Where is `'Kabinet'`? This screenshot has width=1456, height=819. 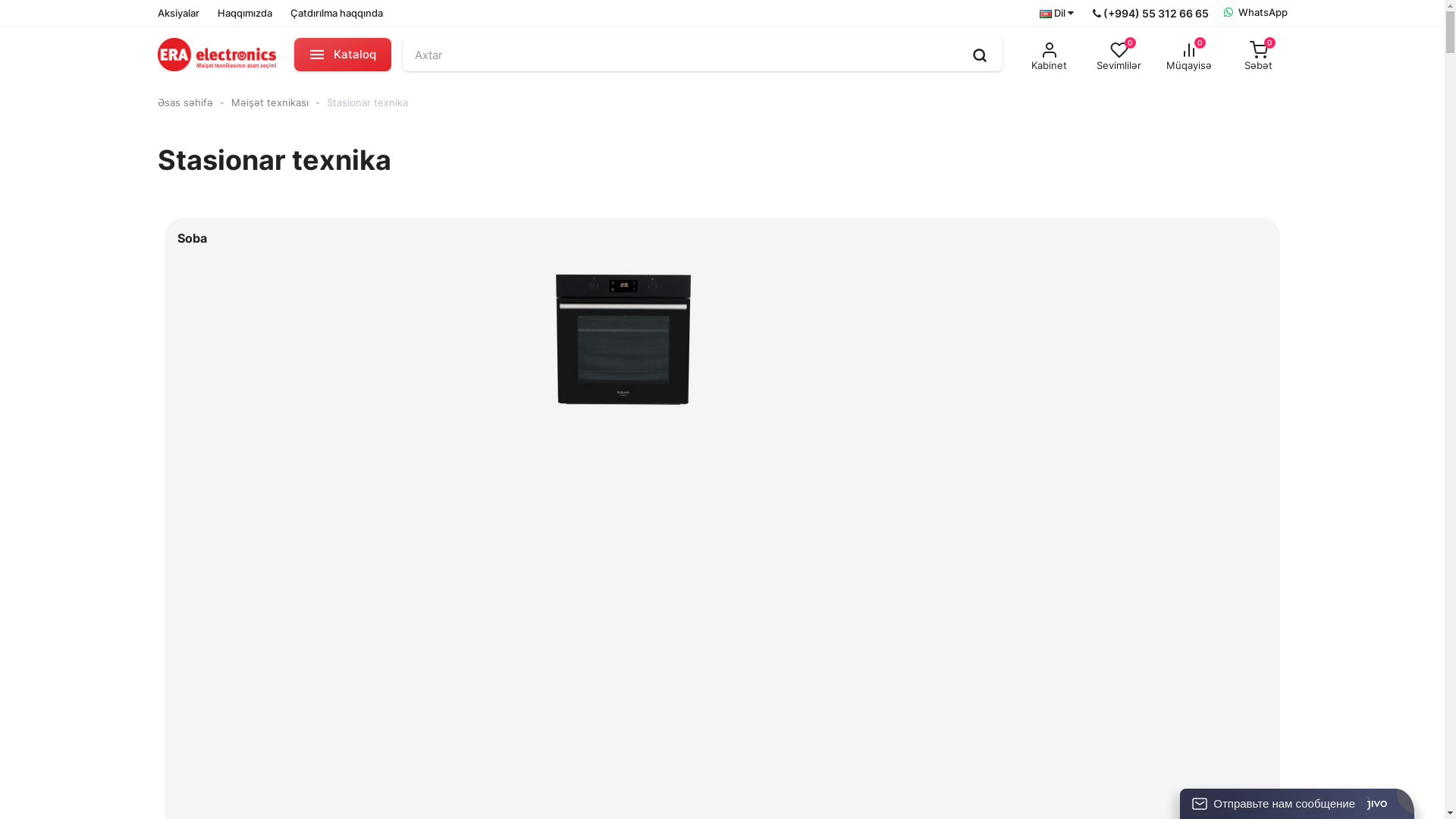 'Kabinet' is located at coordinates (1048, 55).